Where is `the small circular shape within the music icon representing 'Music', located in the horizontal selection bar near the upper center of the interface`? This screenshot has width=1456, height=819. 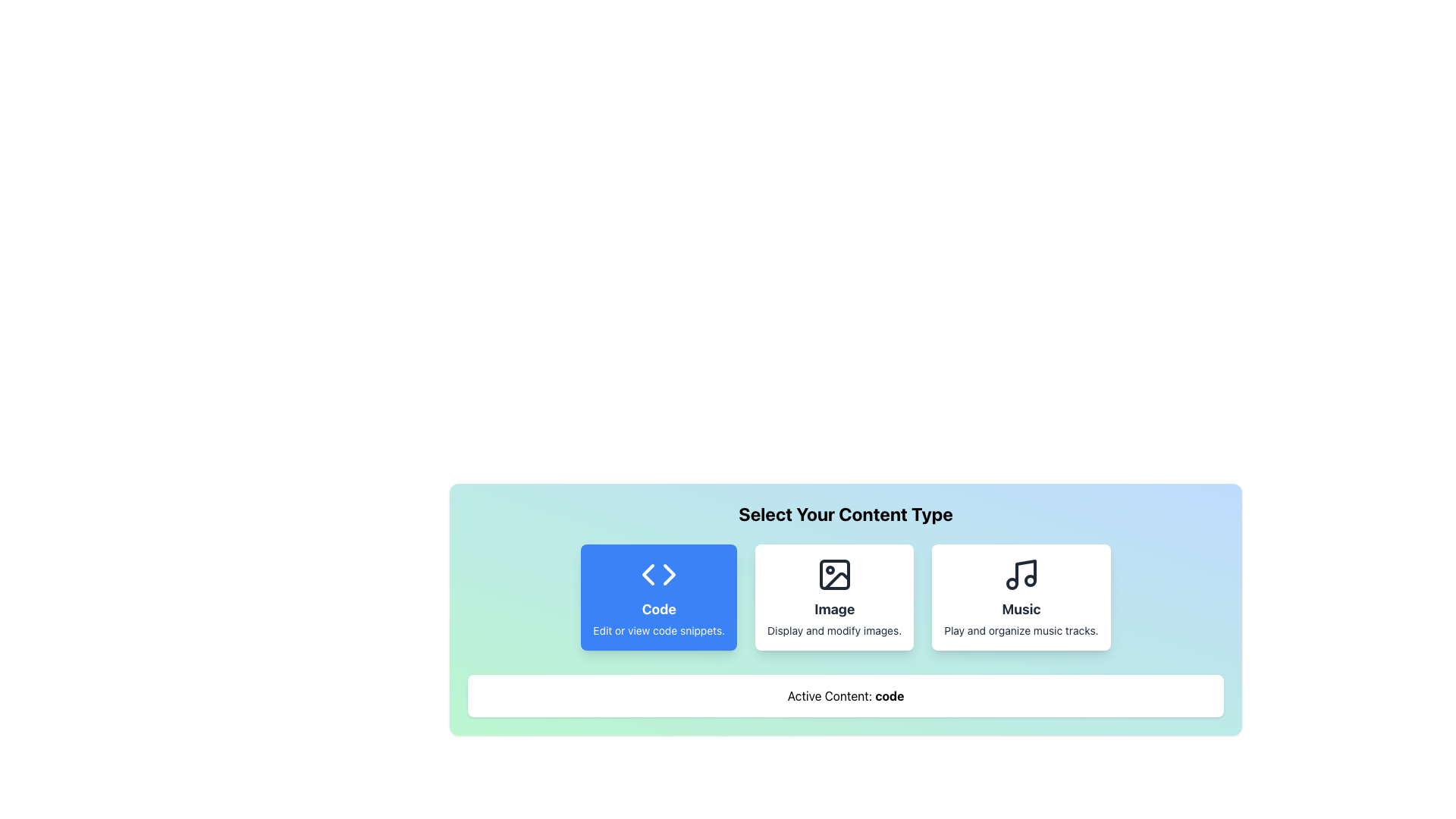 the small circular shape within the music icon representing 'Music', located in the horizontal selection bar near the upper center of the interface is located at coordinates (1030, 580).